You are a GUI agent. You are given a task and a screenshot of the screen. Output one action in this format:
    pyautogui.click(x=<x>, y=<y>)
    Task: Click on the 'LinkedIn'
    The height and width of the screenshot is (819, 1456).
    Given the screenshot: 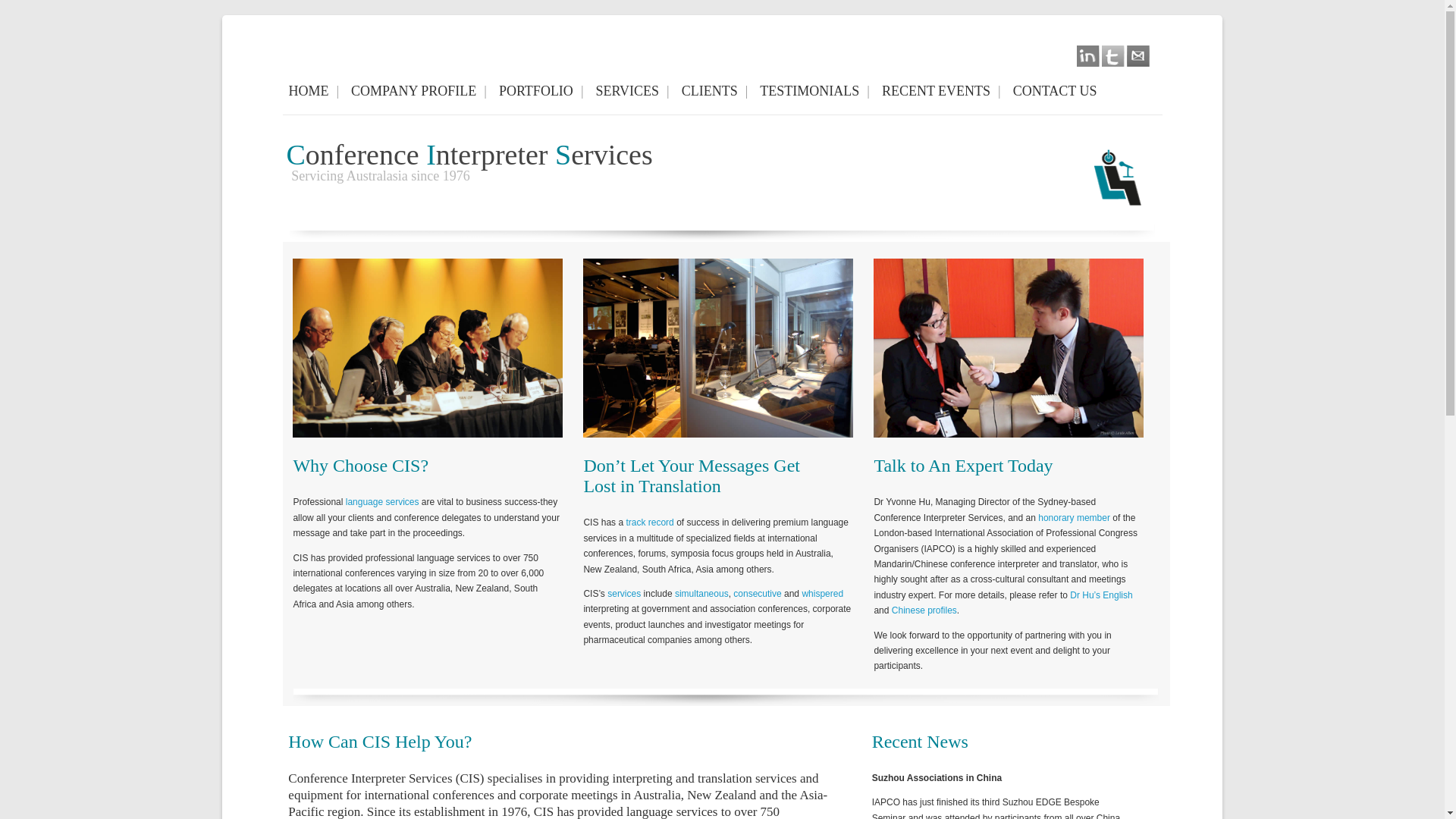 What is the action you would take?
    pyautogui.click(x=1087, y=55)
    